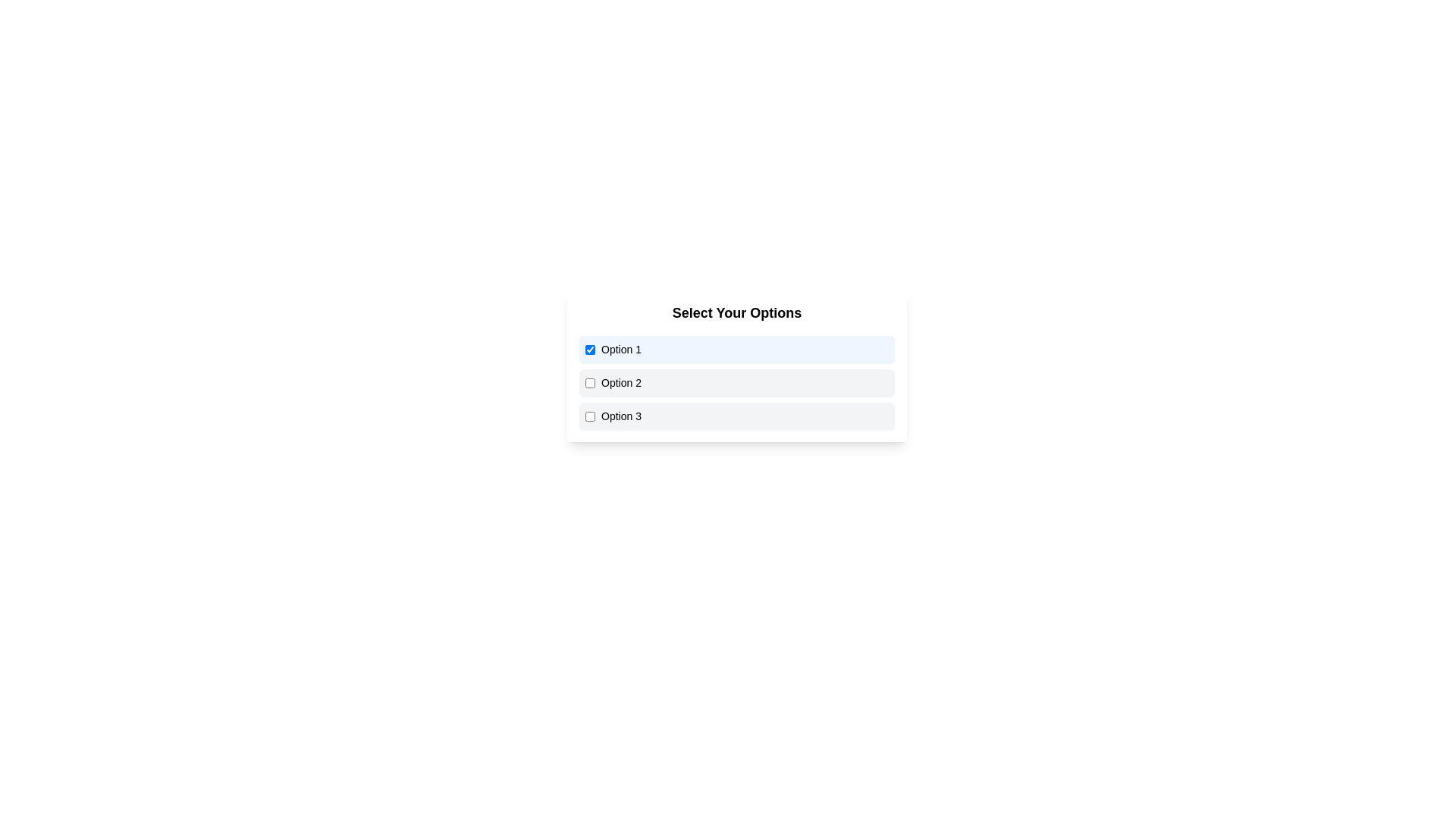  Describe the element at coordinates (736, 350) in the screenshot. I see `the first checkbox labeled 'Option 1'` at that location.